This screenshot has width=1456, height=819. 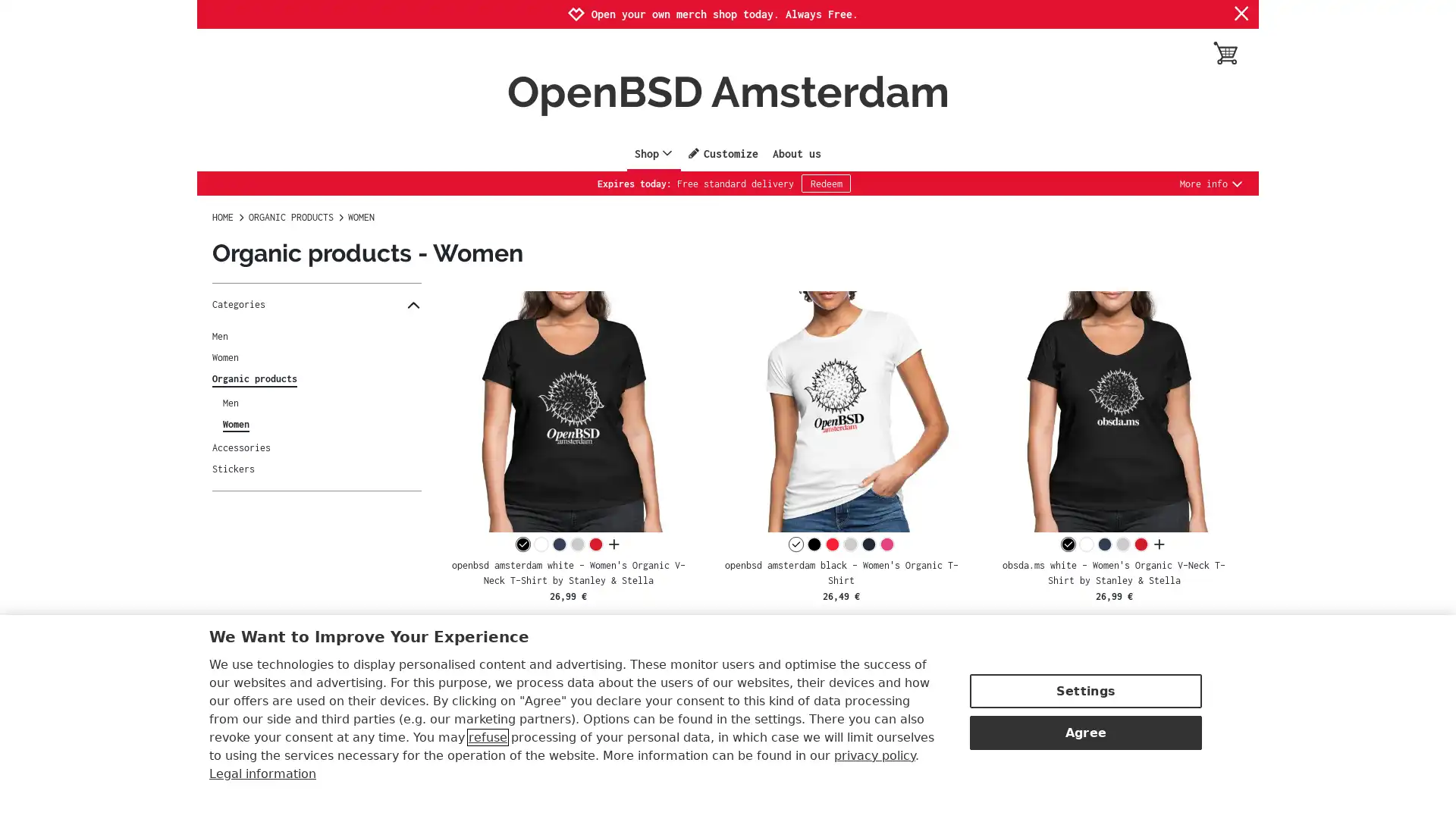 I want to click on heather grey, so click(x=576, y=544).